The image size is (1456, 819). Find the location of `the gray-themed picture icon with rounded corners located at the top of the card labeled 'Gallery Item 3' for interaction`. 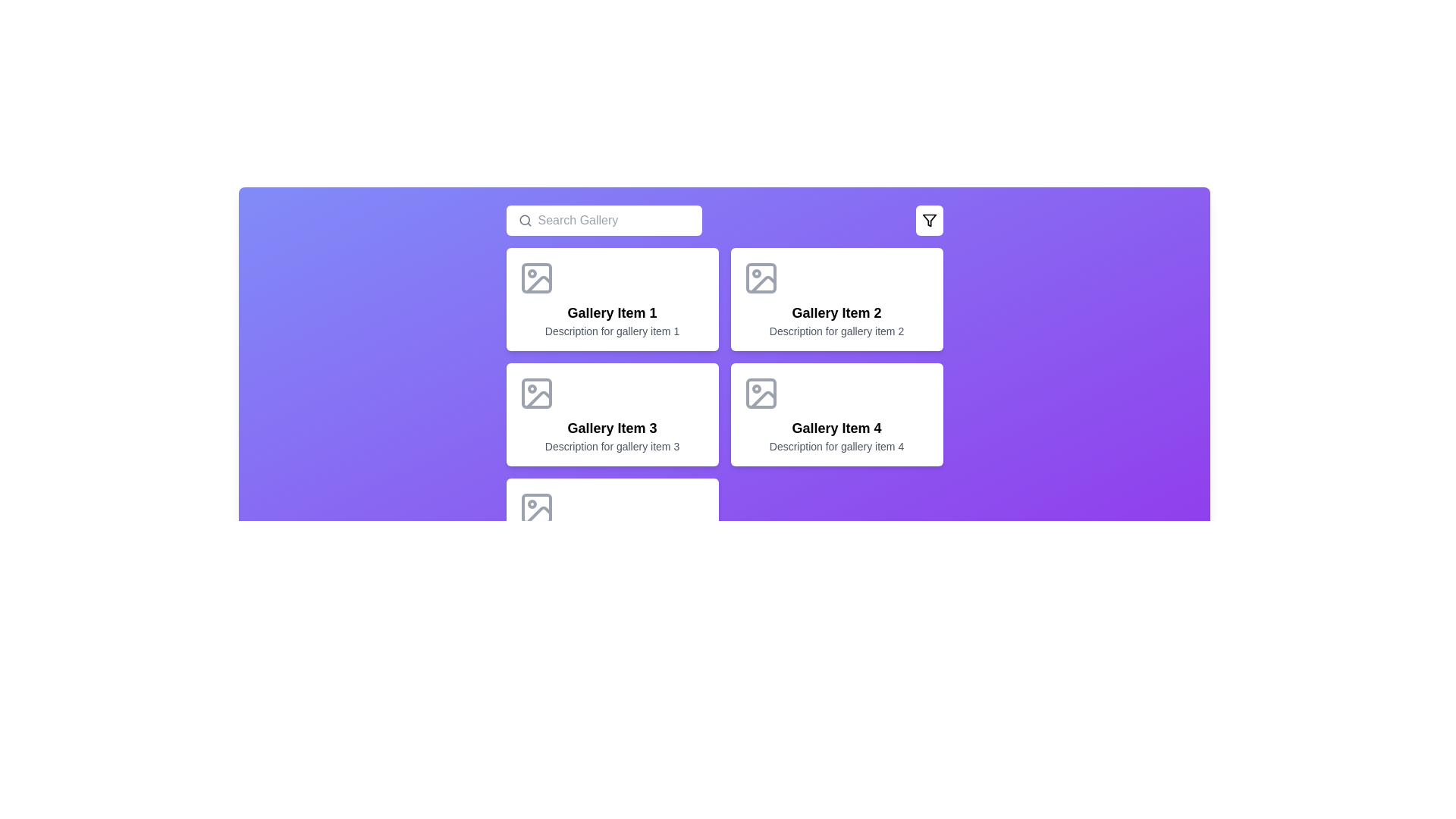

the gray-themed picture icon with rounded corners located at the top of the card labeled 'Gallery Item 3' for interaction is located at coordinates (536, 393).